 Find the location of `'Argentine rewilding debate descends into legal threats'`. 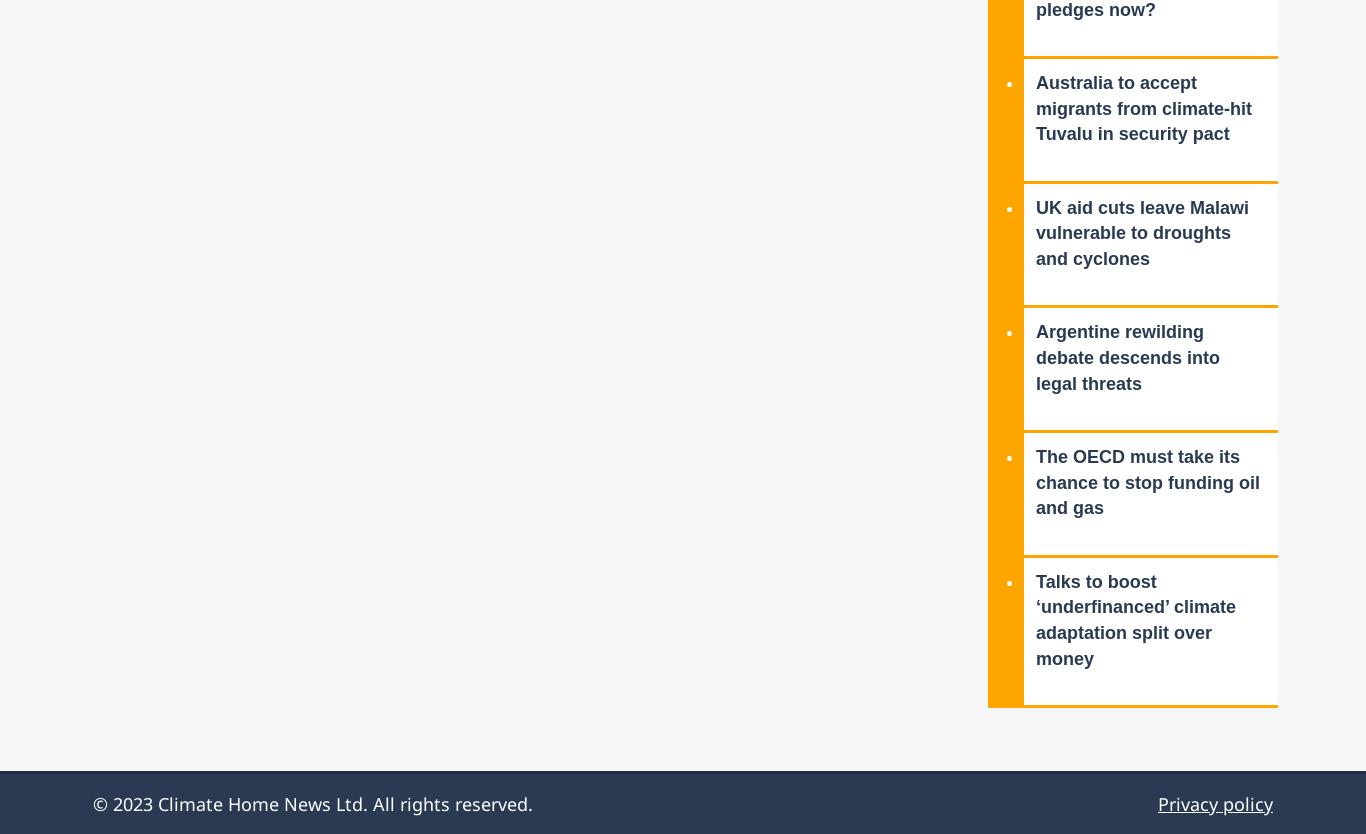

'Argentine rewilding debate descends into legal threats' is located at coordinates (1127, 356).